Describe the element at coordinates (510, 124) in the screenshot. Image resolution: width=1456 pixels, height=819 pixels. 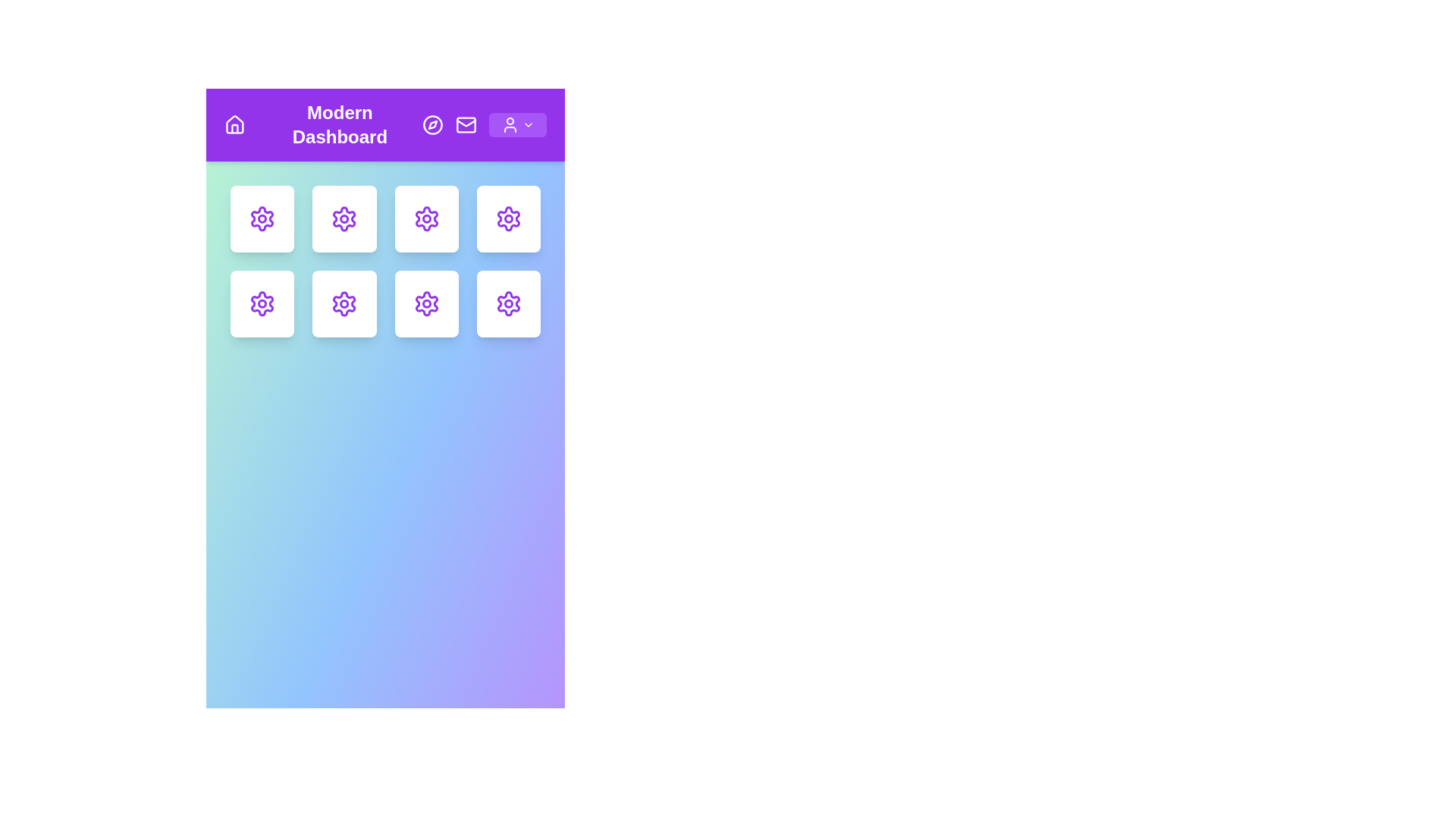
I see `the user profile section to observe the hover effects` at that location.